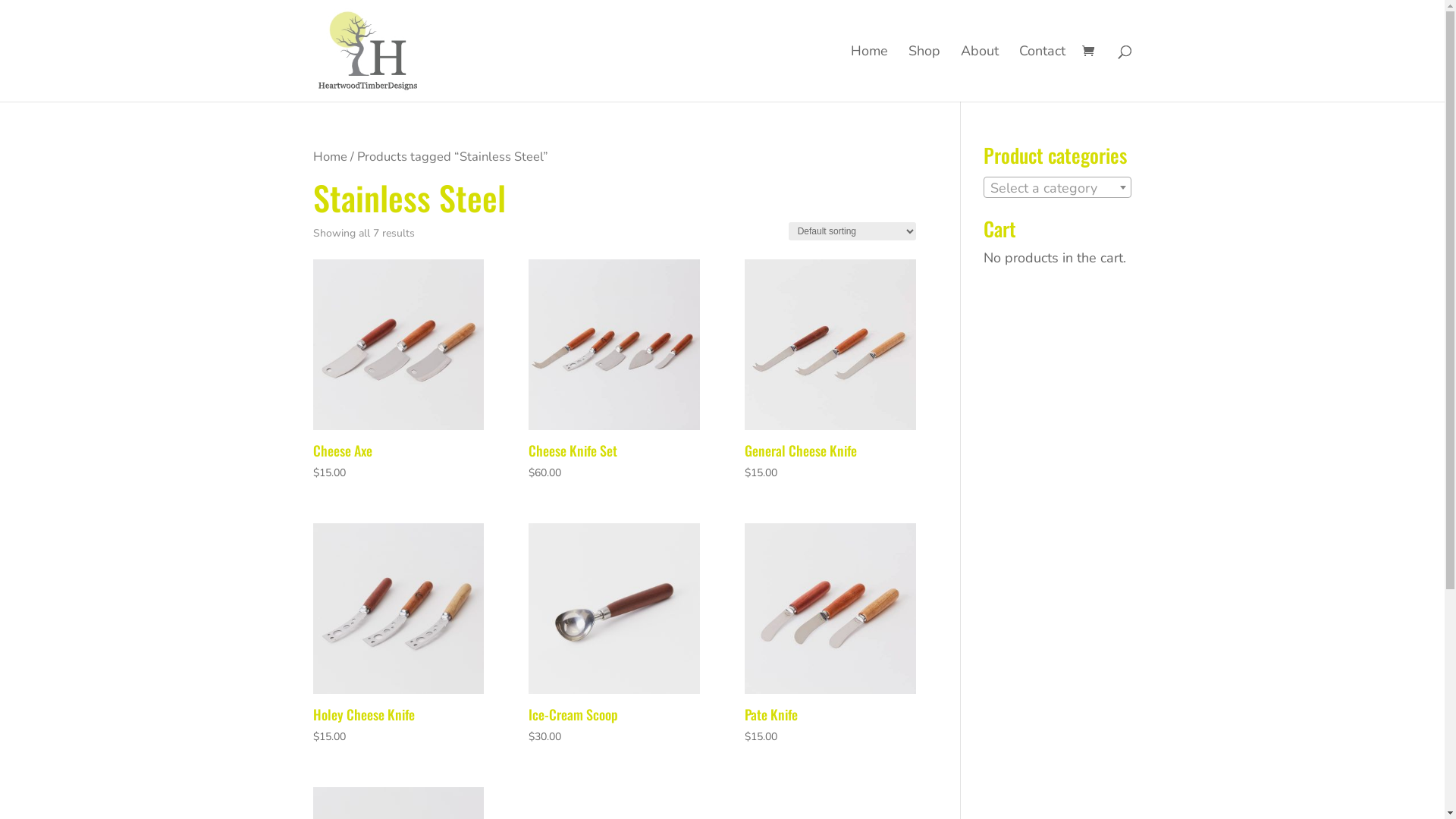 The height and width of the screenshot is (819, 1456). I want to click on 'About', so click(979, 73).